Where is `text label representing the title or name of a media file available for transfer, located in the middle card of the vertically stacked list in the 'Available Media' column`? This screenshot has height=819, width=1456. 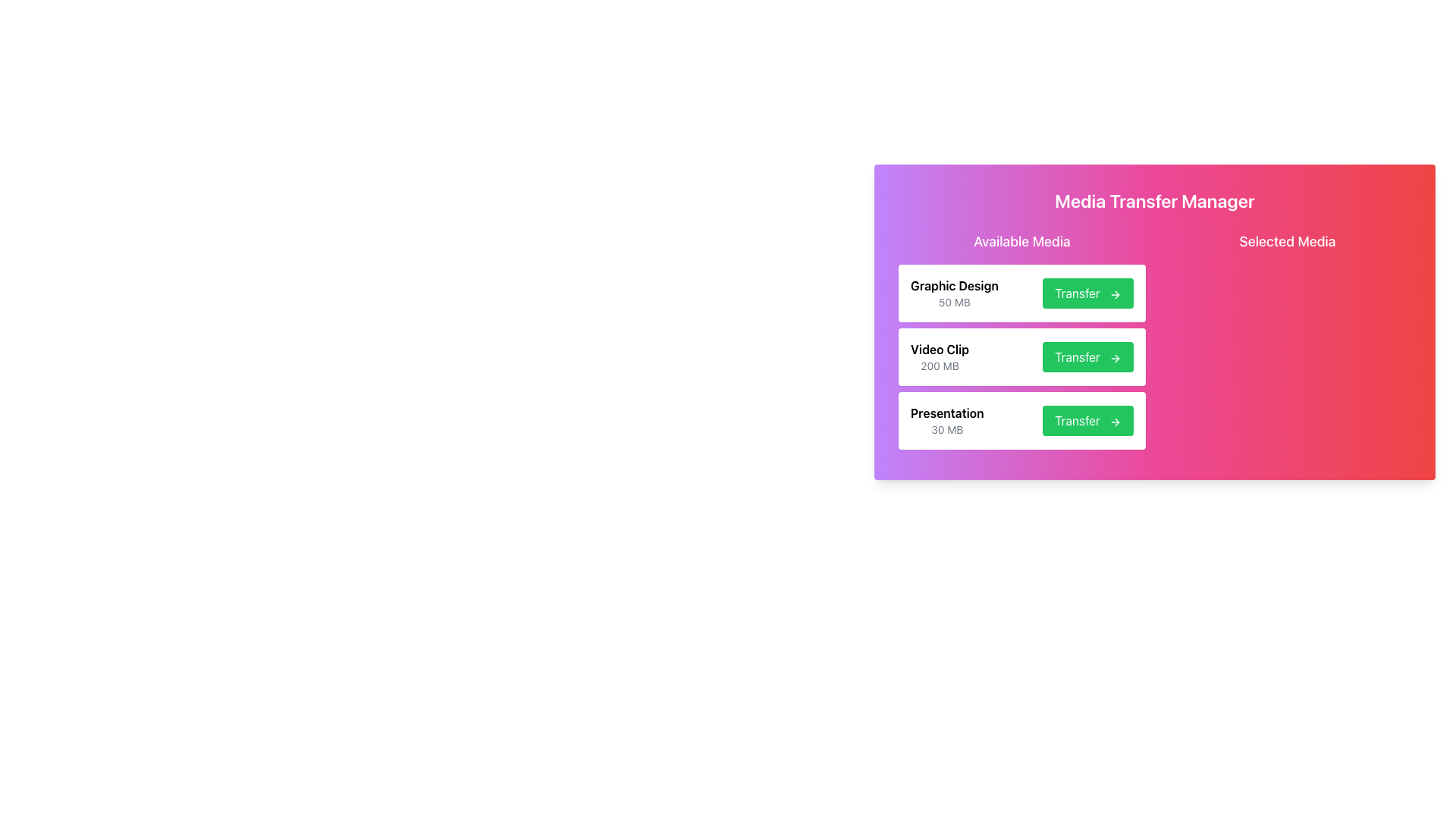
text label representing the title or name of a media file available for transfer, located in the middle card of the vertically stacked list in the 'Available Media' column is located at coordinates (939, 350).